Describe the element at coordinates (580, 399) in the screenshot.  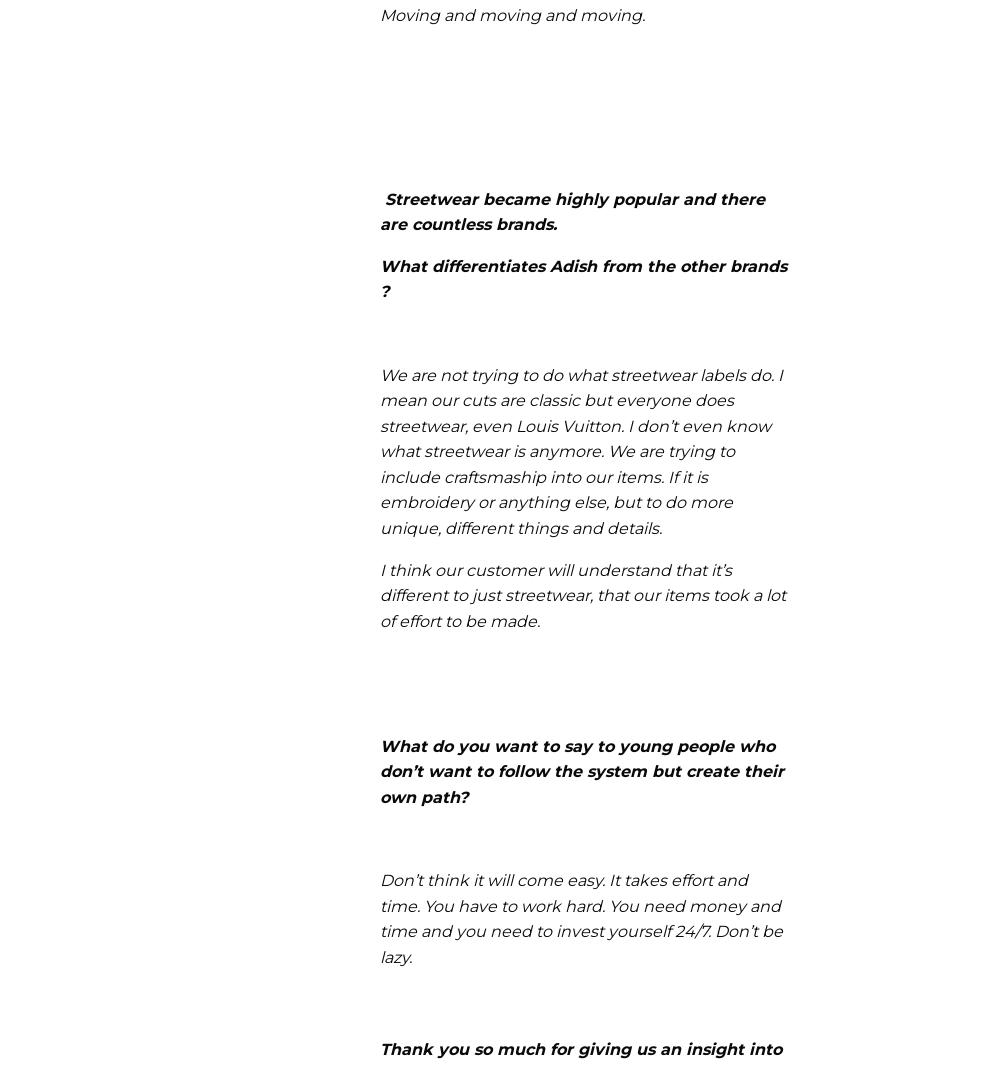
I see `'I mean our cuts are classic but everyone does streetwear, even Louis Vuitton.'` at that location.